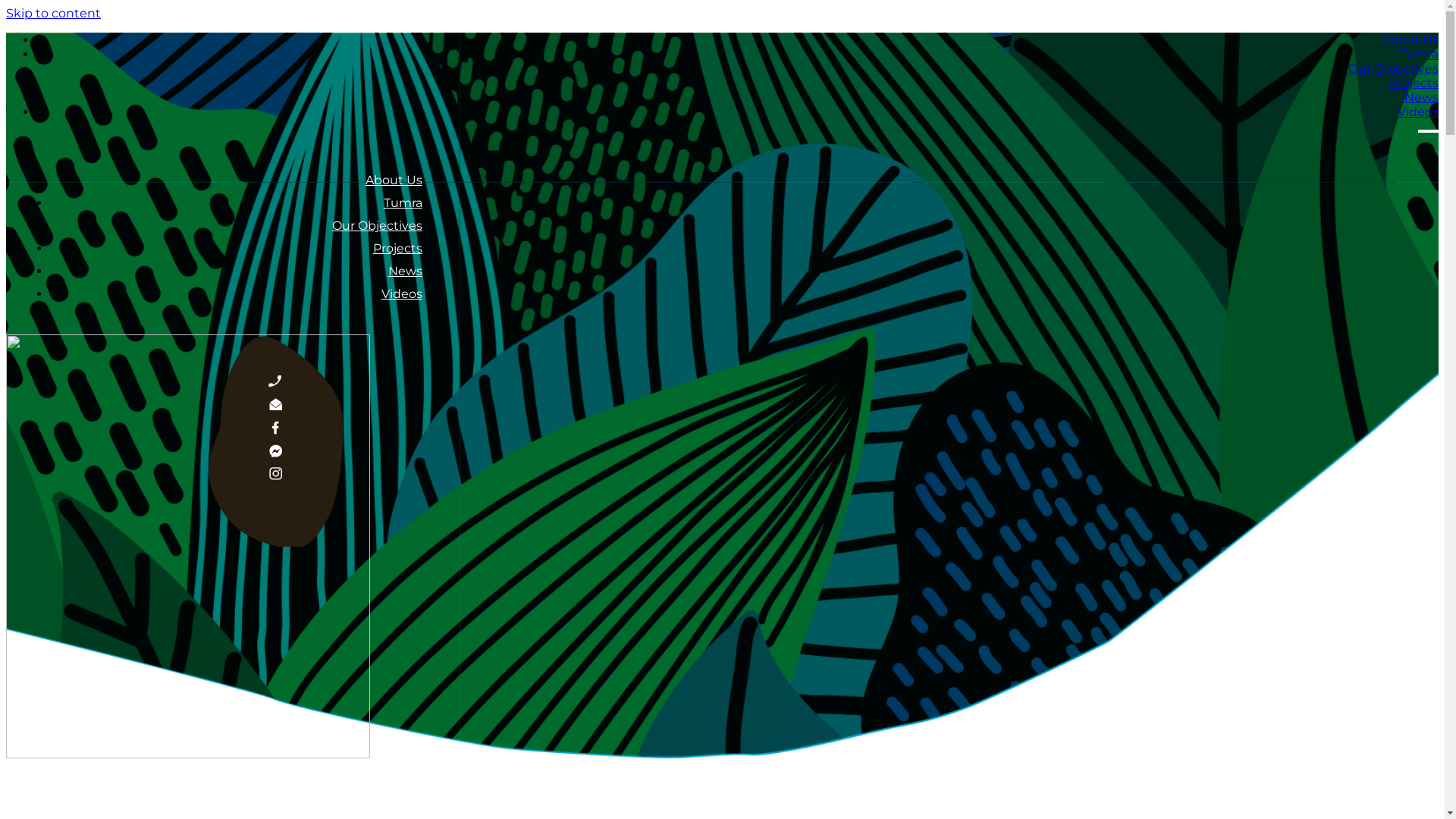 This screenshot has height=819, width=1456. Describe the element at coordinates (53, 13) in the screenshot. I see `'Skip to content'` at that location.